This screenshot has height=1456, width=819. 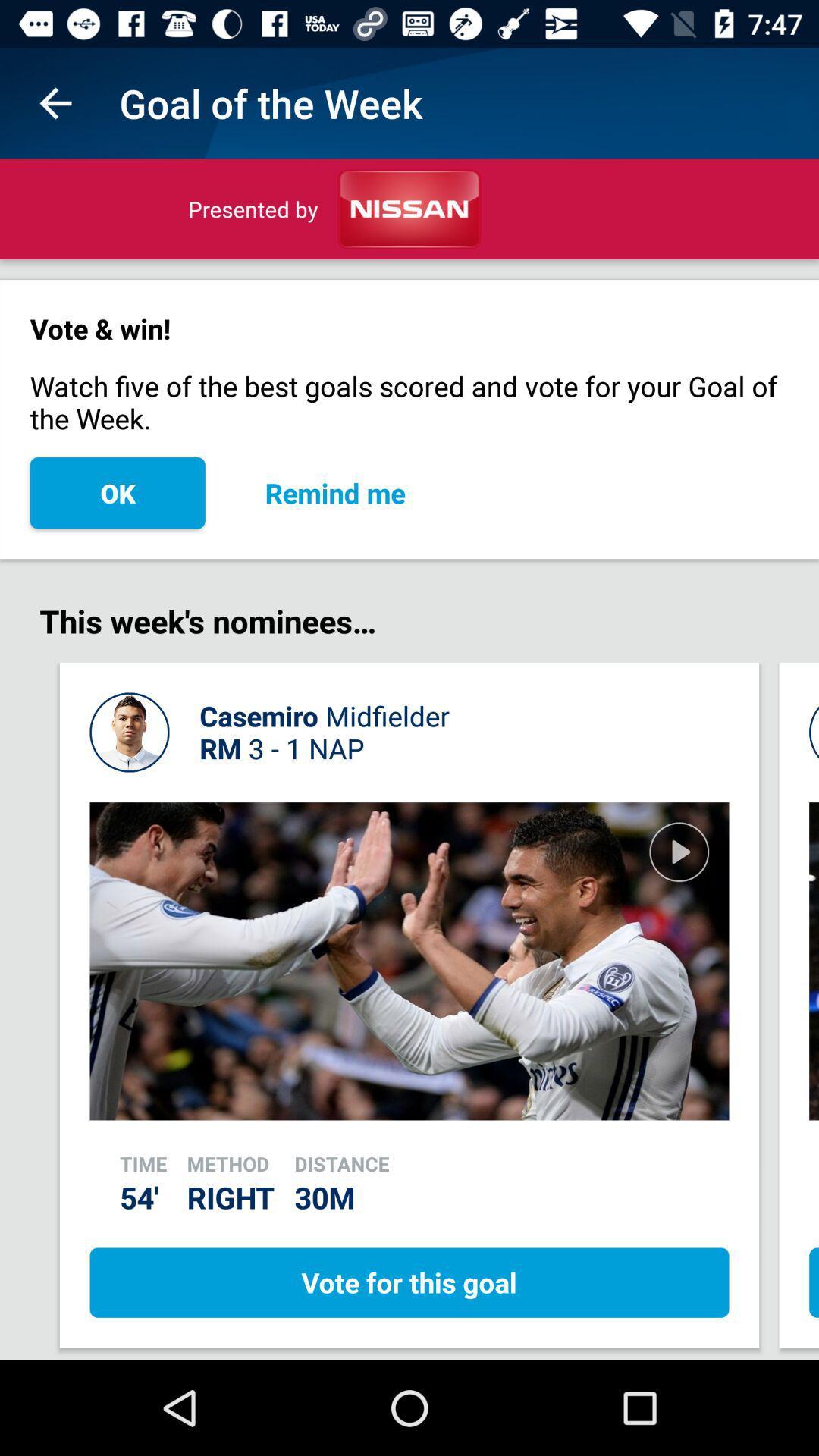 What do you see at coordinates (334, 493) in the screenshot?
I see `the icon to the right of ok icon` at bounding box center [334, 493].